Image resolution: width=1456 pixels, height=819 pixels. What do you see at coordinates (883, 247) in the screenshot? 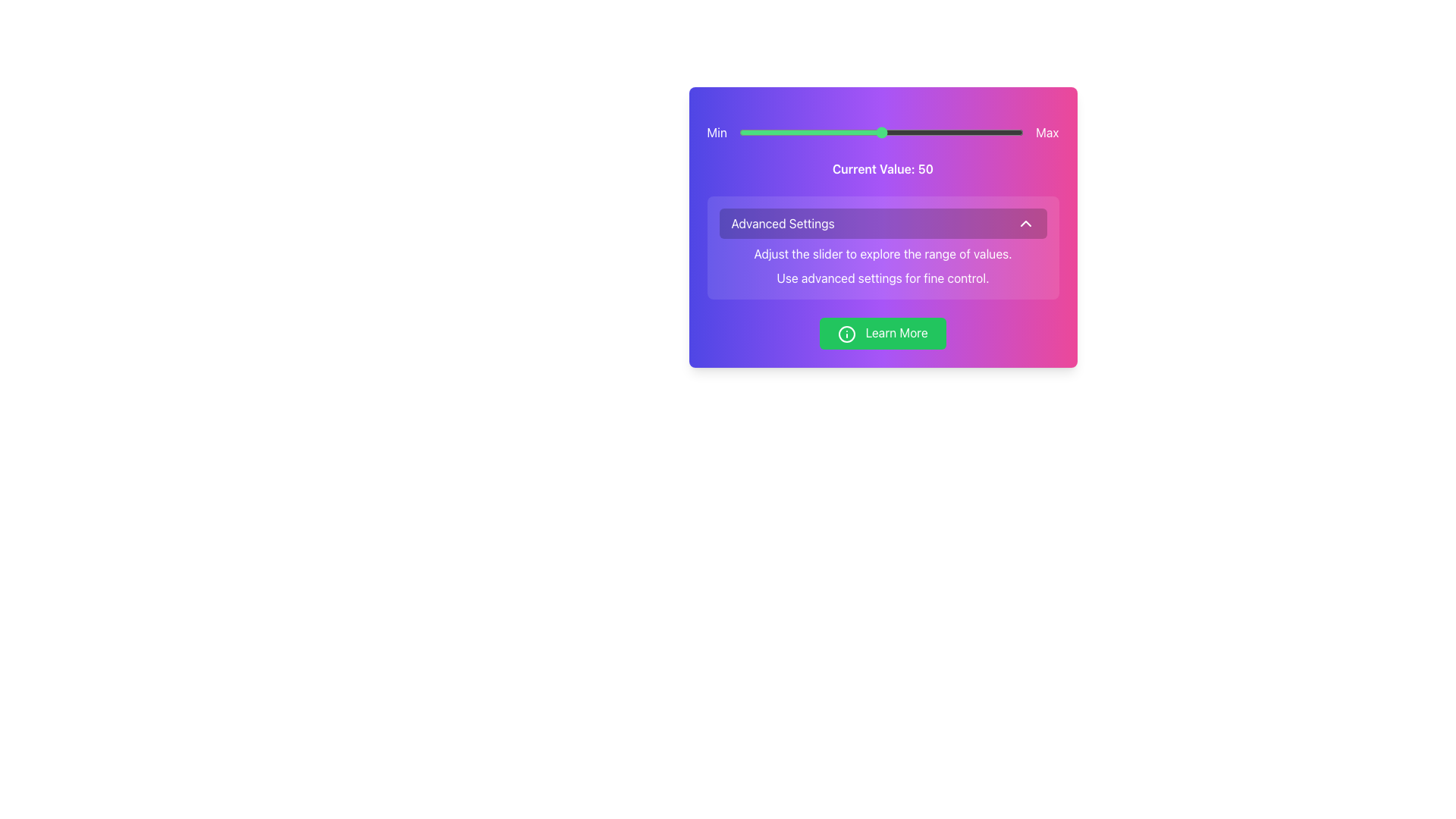
I see `the informational panel with the heading 'Advanced Settings'` at bounding box center [883, 247].